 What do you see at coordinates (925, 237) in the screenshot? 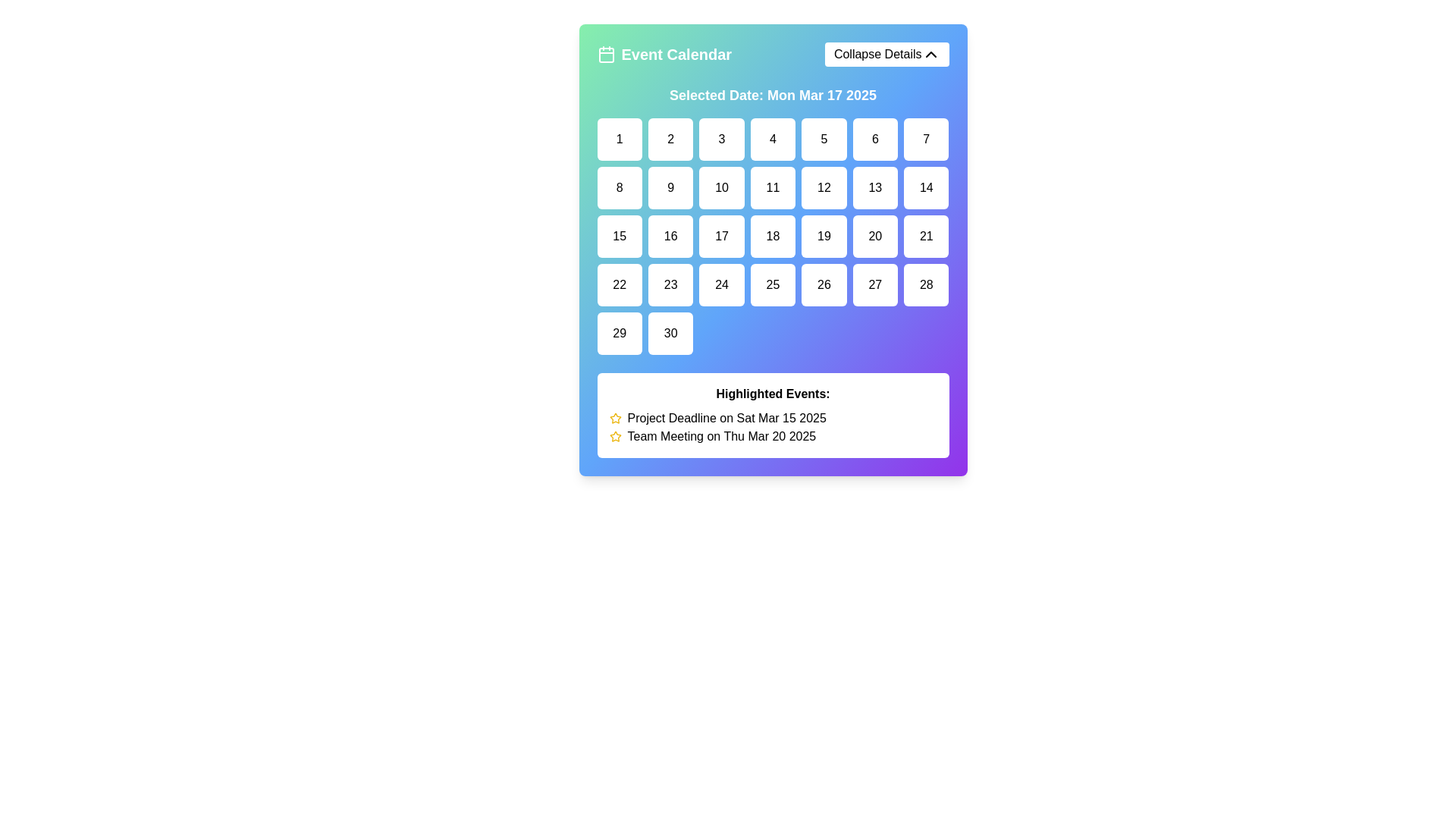
I see `the button displaying the number '21', which is a rounded square button with a white background and black text, located in the last column of the third row of the grid layout` at bounding box center [925, 237].